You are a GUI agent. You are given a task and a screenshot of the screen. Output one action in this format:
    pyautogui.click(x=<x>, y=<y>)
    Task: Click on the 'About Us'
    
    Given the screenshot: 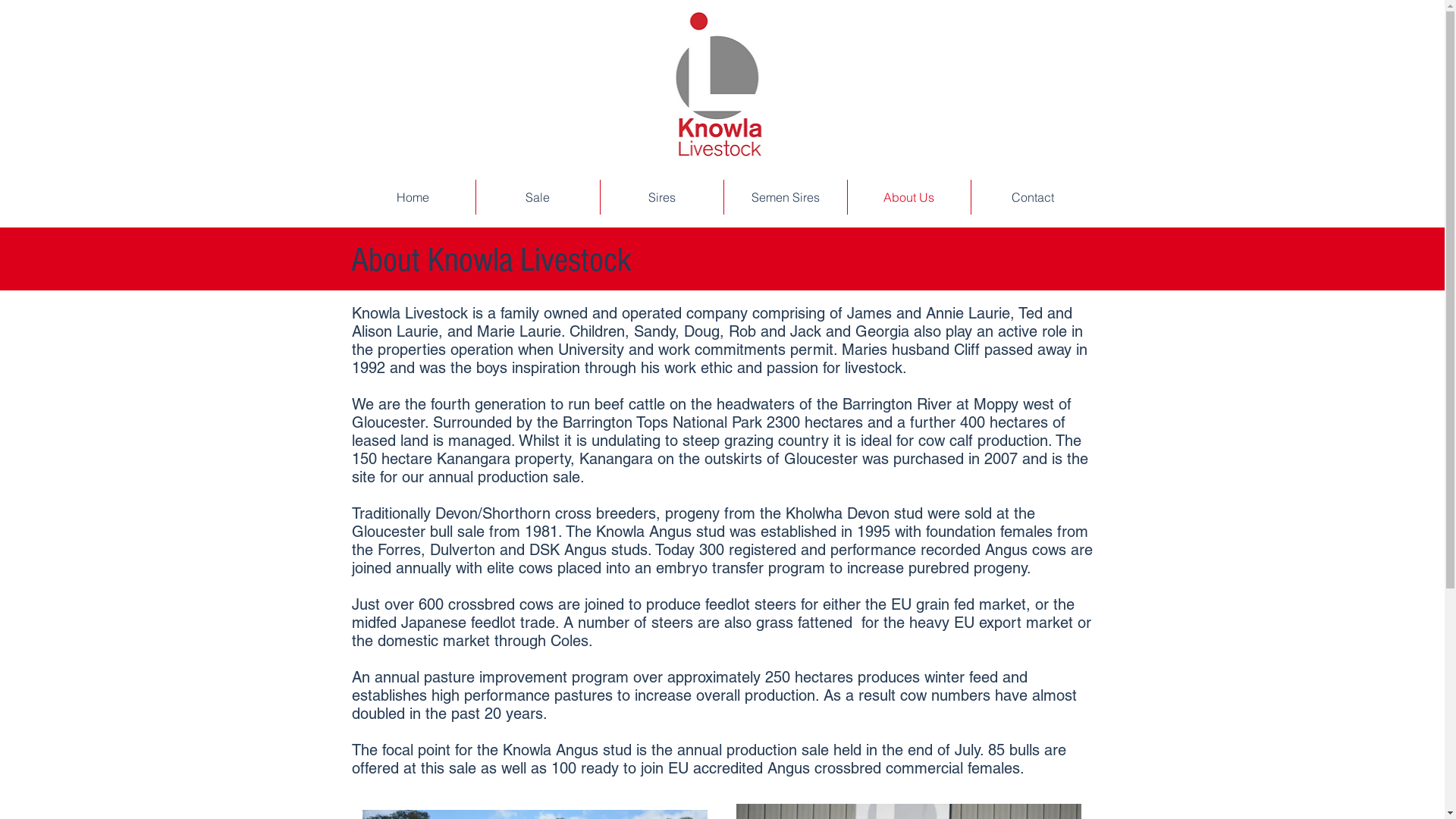 What is the action you would take?
    pyautogui.click(x=909, y=196)
    